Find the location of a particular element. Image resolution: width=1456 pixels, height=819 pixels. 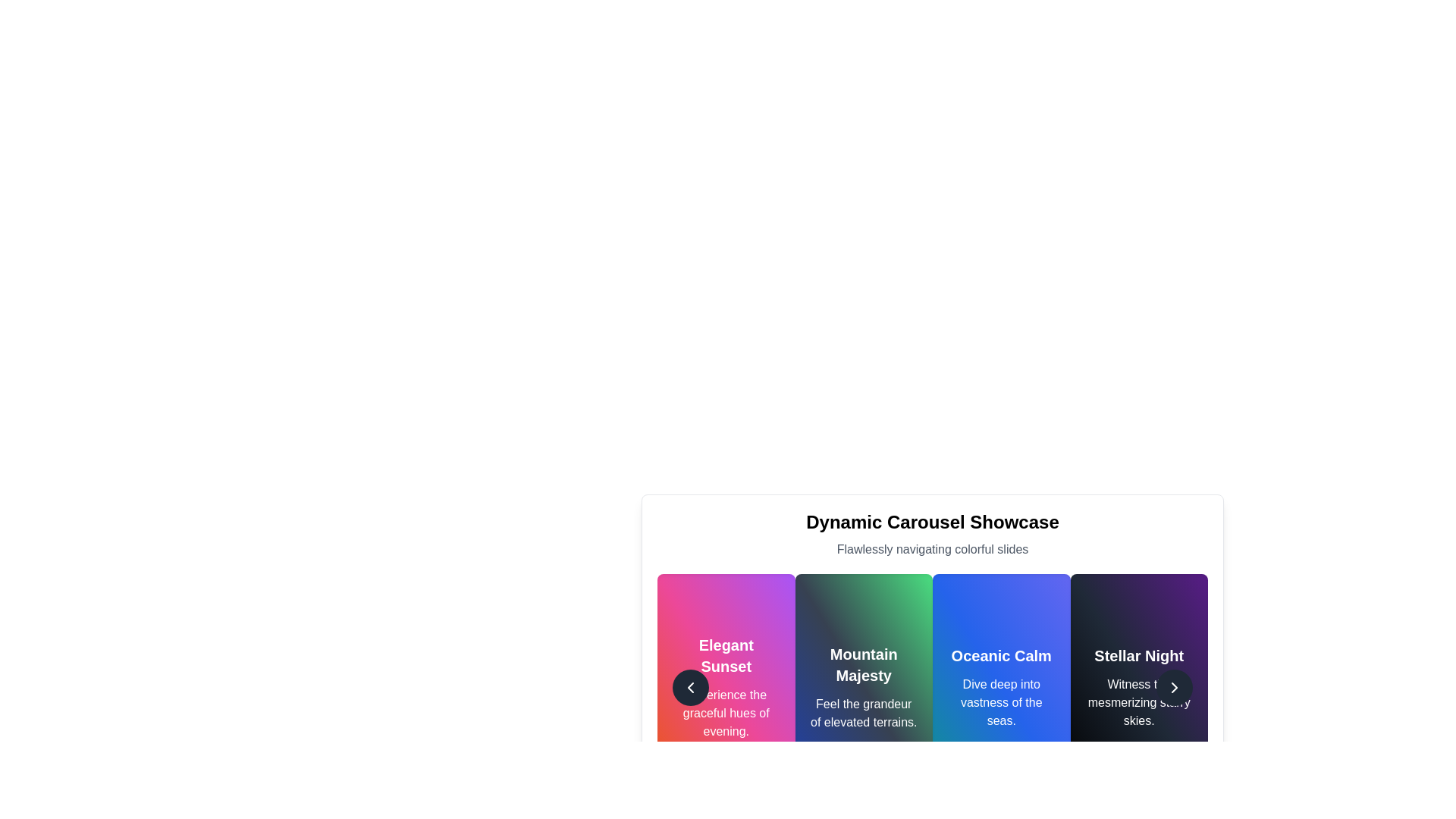

the left-facing chevron icon is located at coordinates (690, 687).